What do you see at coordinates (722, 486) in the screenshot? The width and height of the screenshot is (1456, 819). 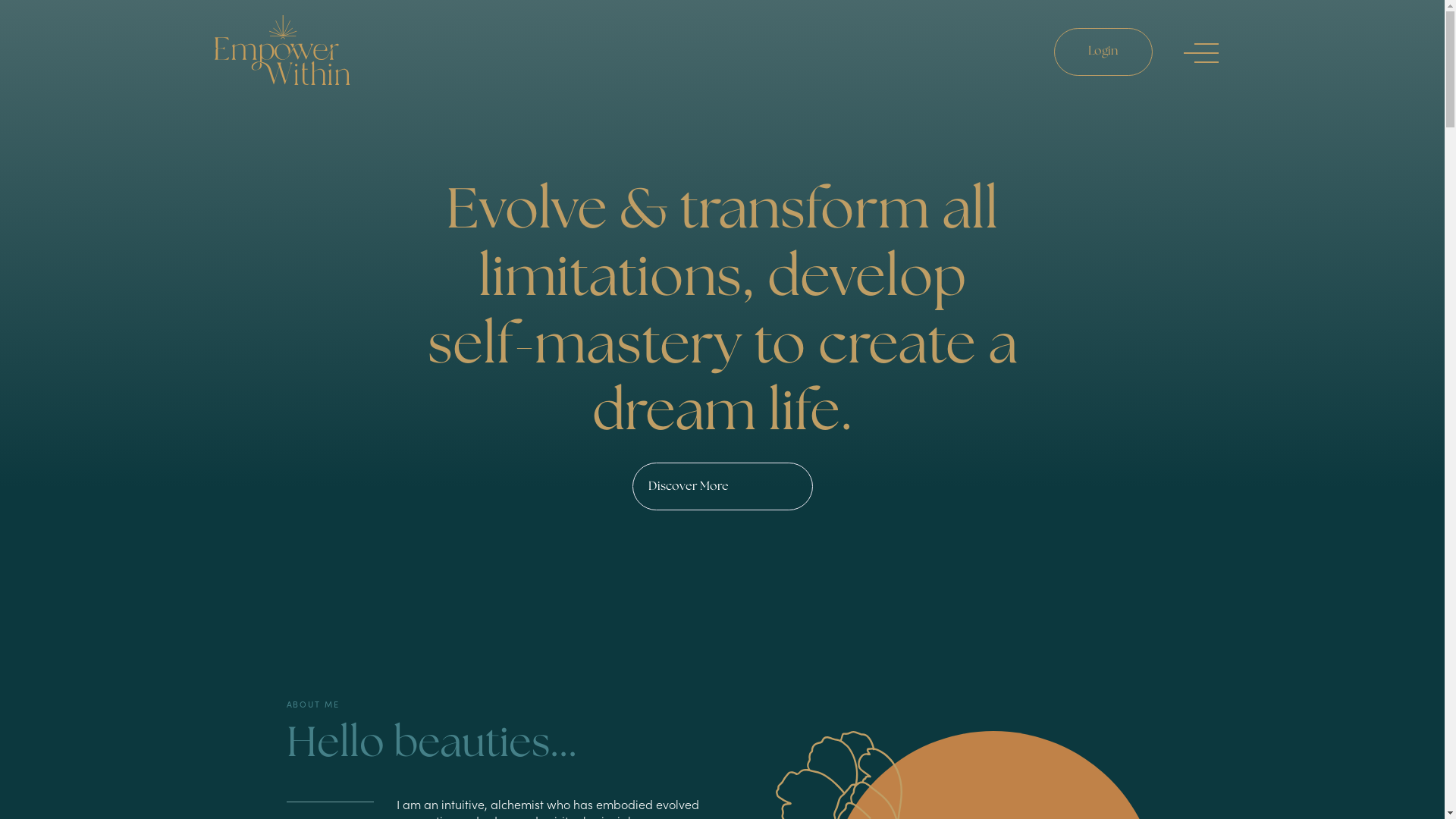 I see `'Discover More'` at bounding box center [722, 486].